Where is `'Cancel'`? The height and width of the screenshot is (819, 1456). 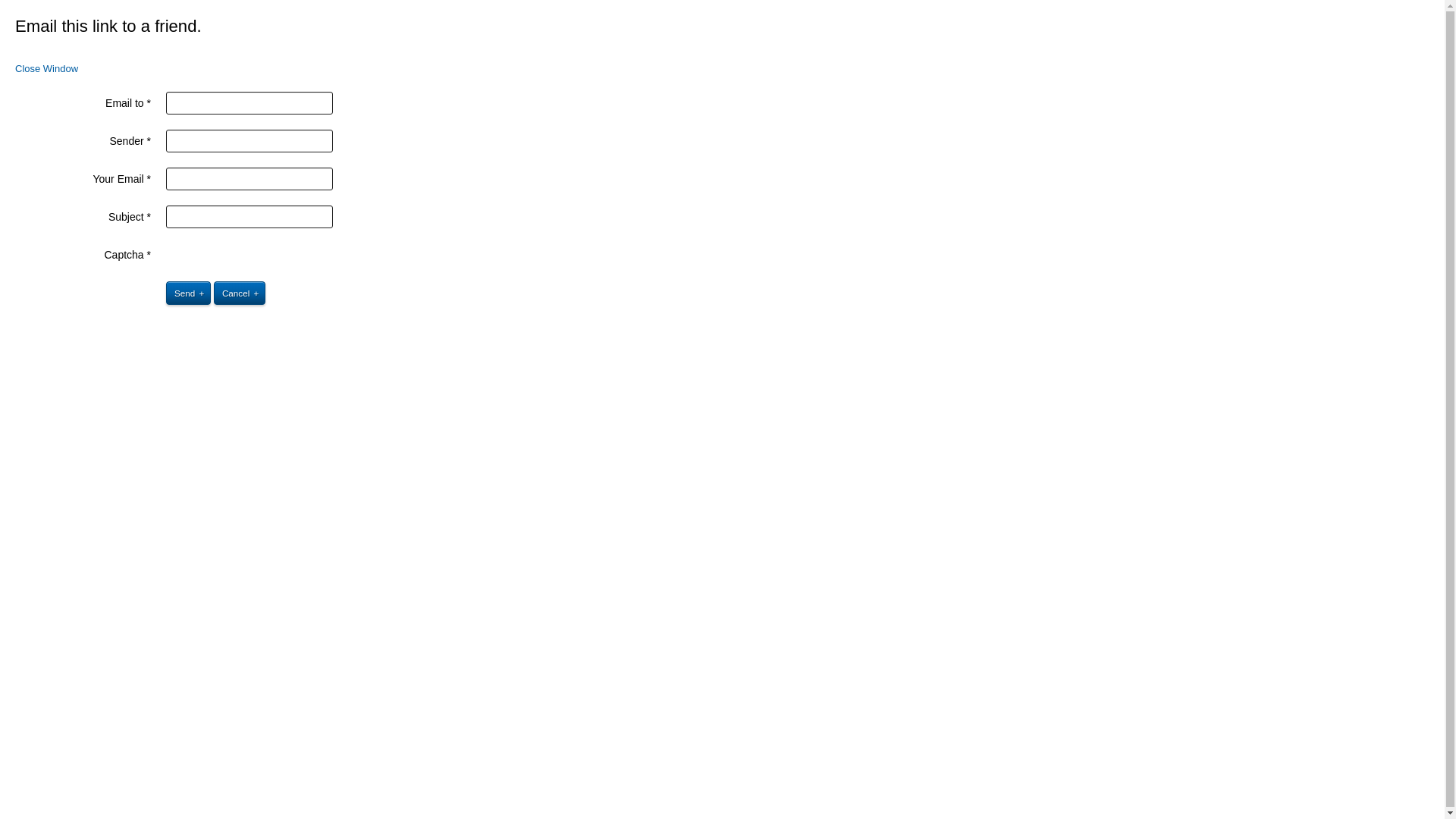
'Cancel' is located at coordinates (239, 293).